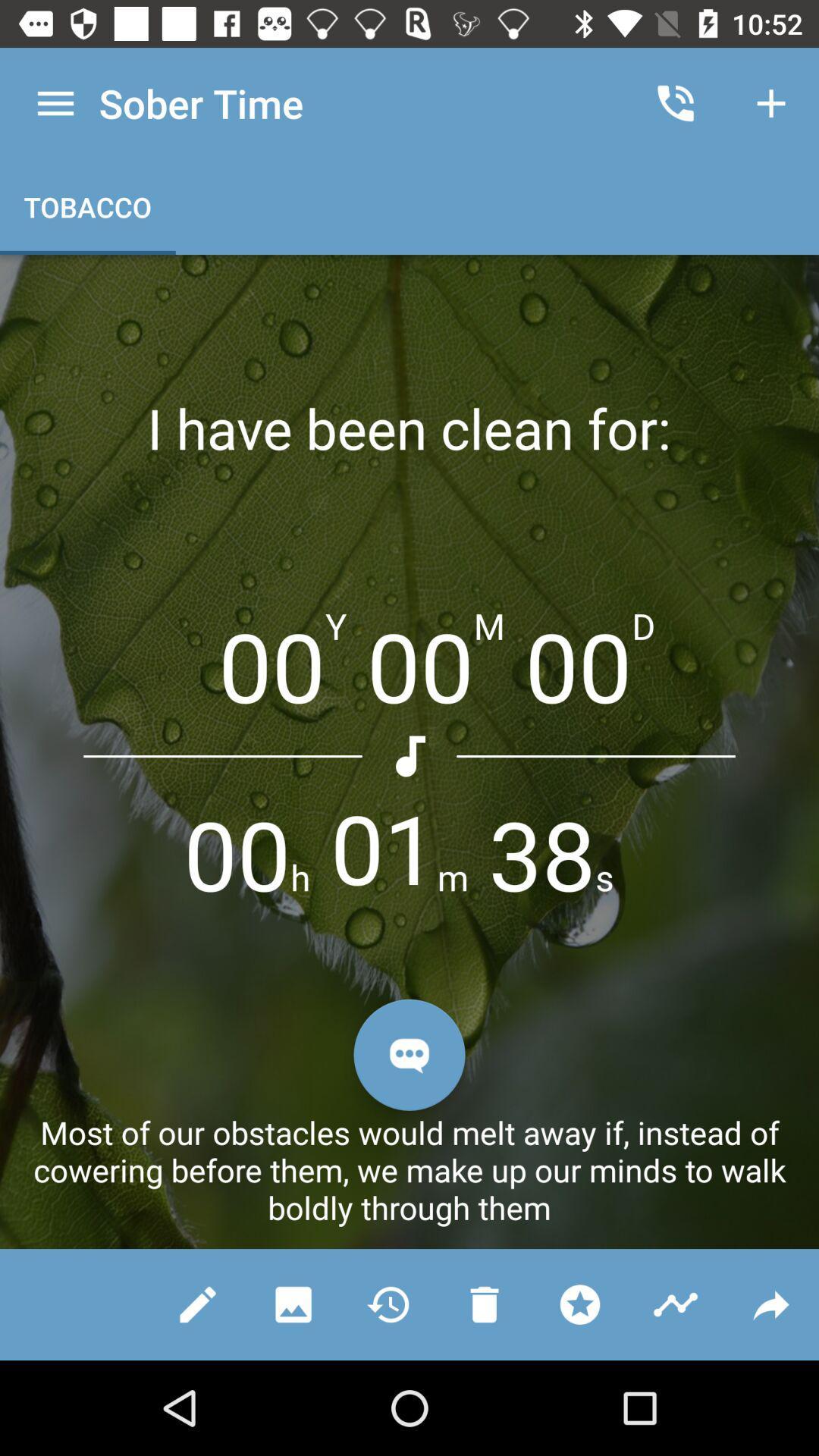  What do you see at coordinates (197, 1304) in the screenshot?
I see `the item at the bottom left corner` at bounding box center [197, 1304].